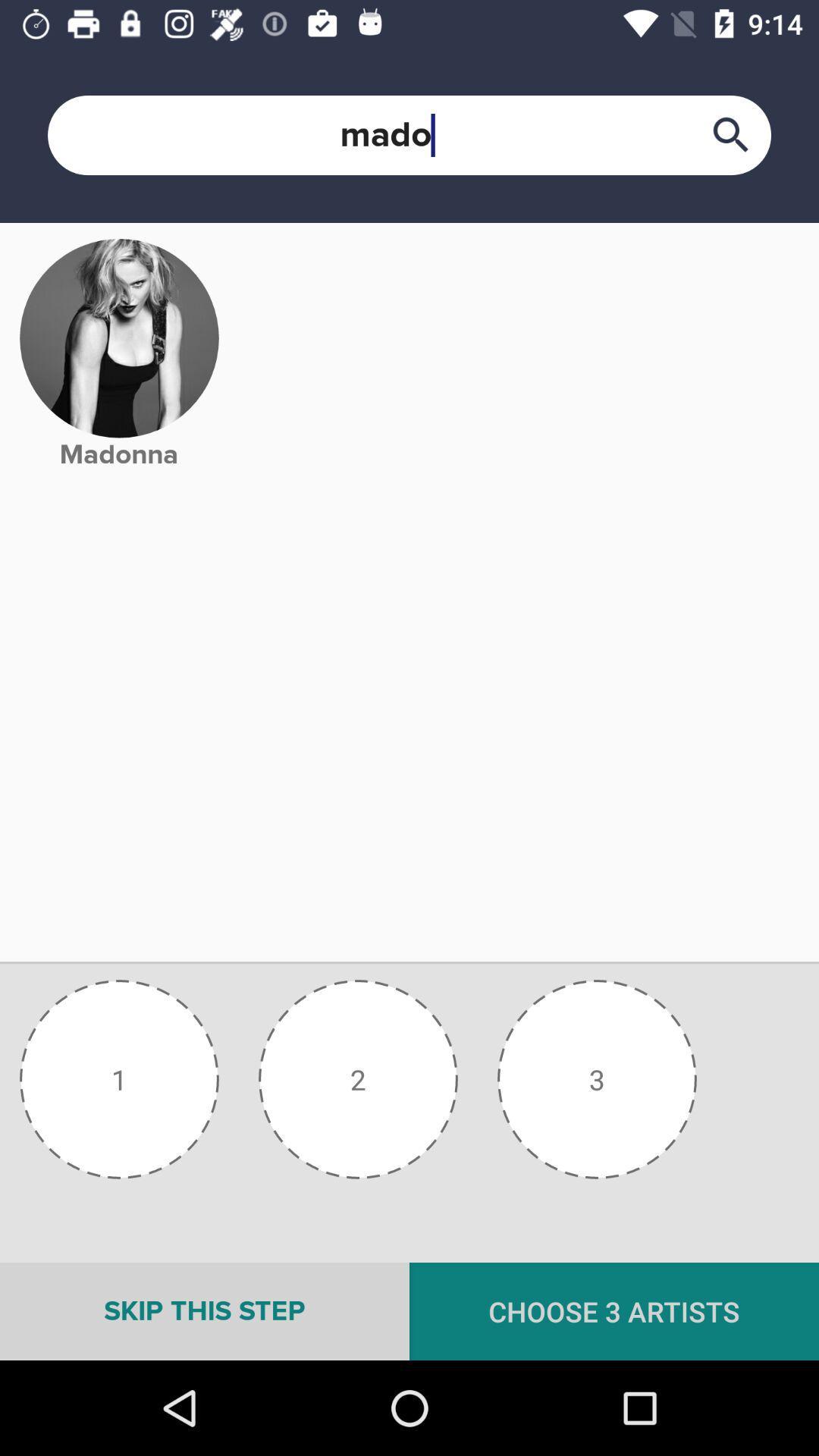  I want to click on skip this step, so click(205, 1310).